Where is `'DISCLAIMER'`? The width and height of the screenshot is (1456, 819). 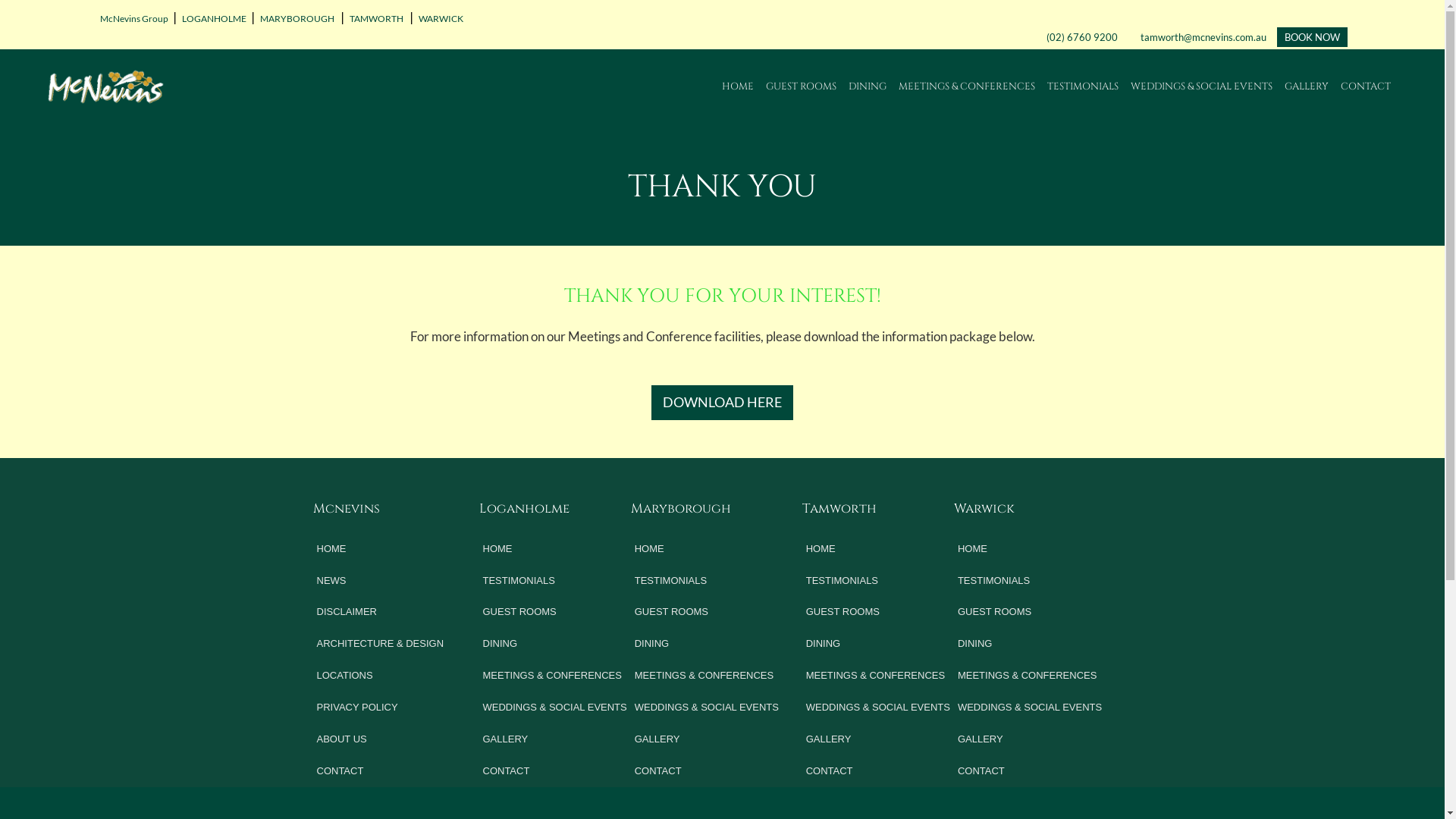 'DISCLAIMER' is located at coordinates (312, 610).